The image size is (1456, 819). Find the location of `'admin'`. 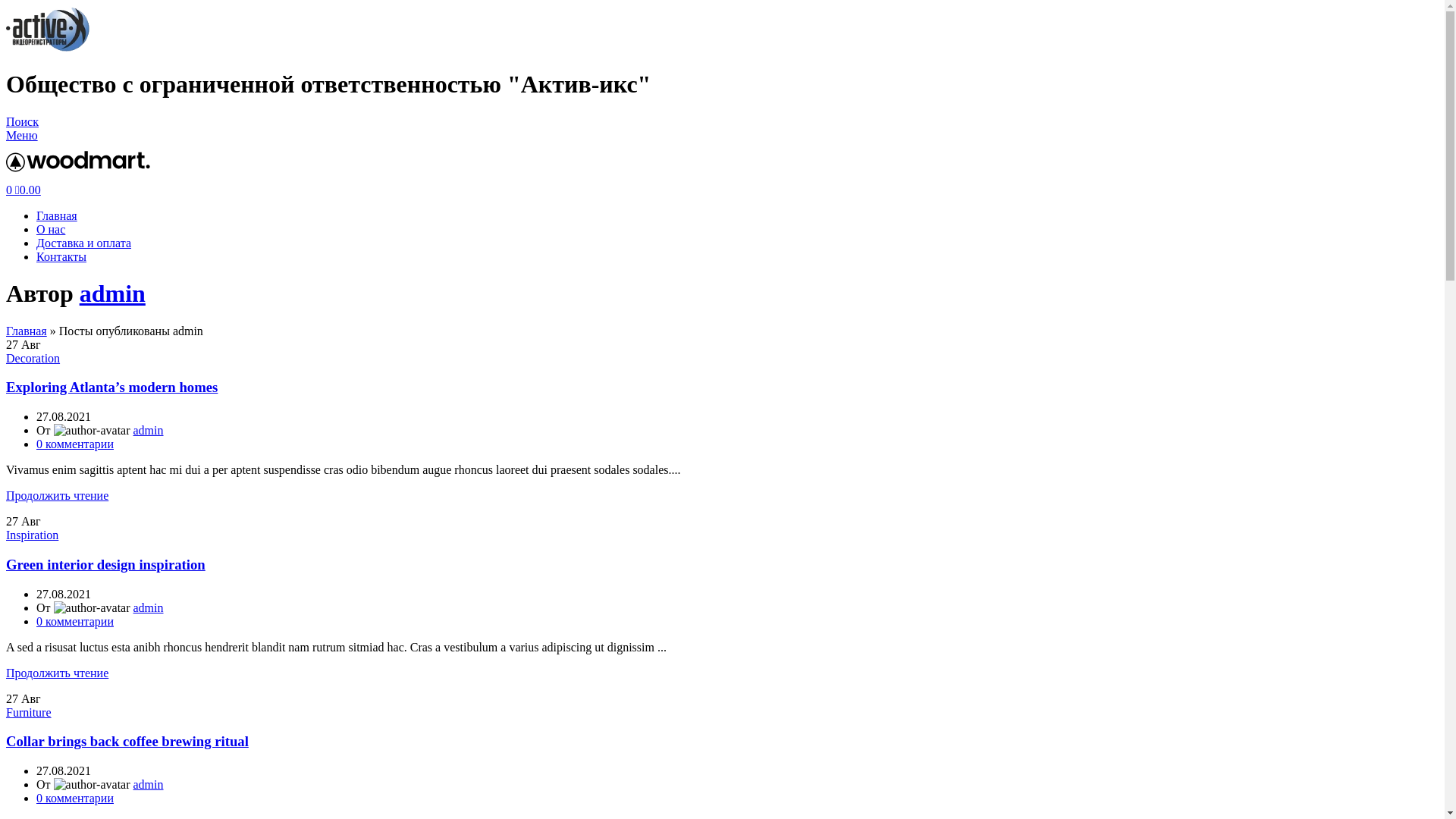

'admin' is located at coordinates (133, 430).